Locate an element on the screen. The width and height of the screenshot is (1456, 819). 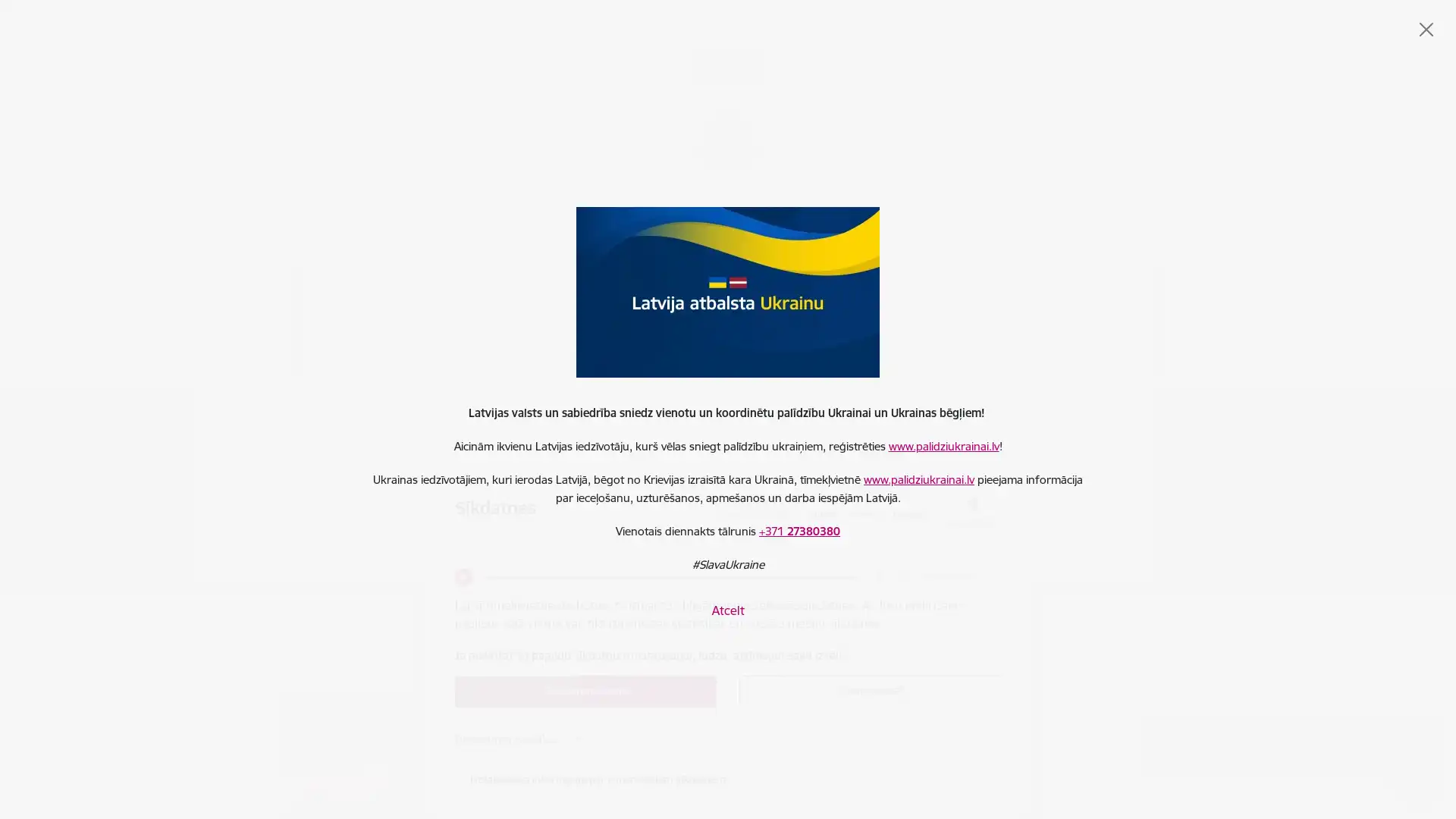
Open Volume Controls is located at coordinates (876, 576).